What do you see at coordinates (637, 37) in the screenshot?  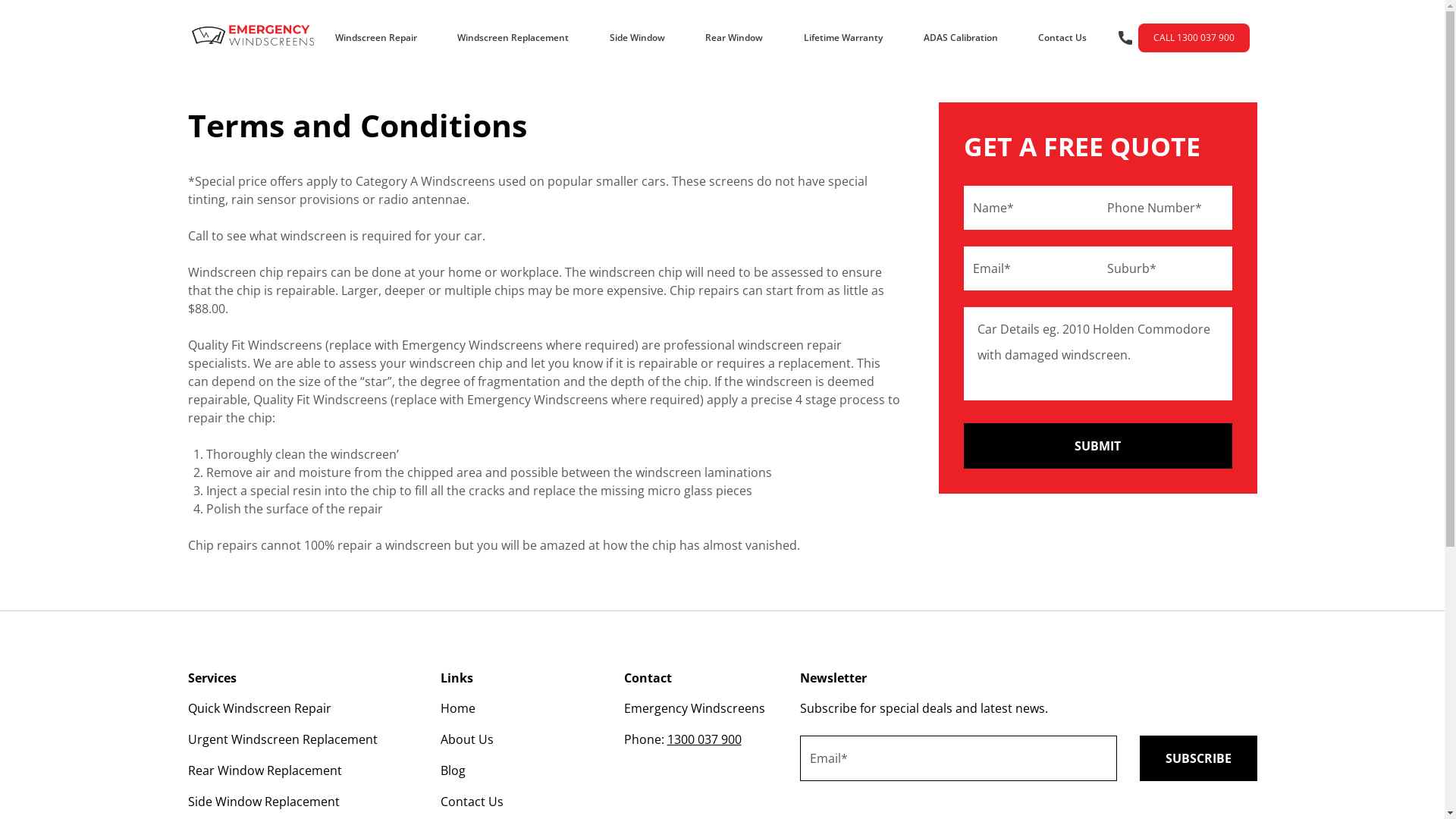 I see `'Side Window'` at bounding box center [637, 37].